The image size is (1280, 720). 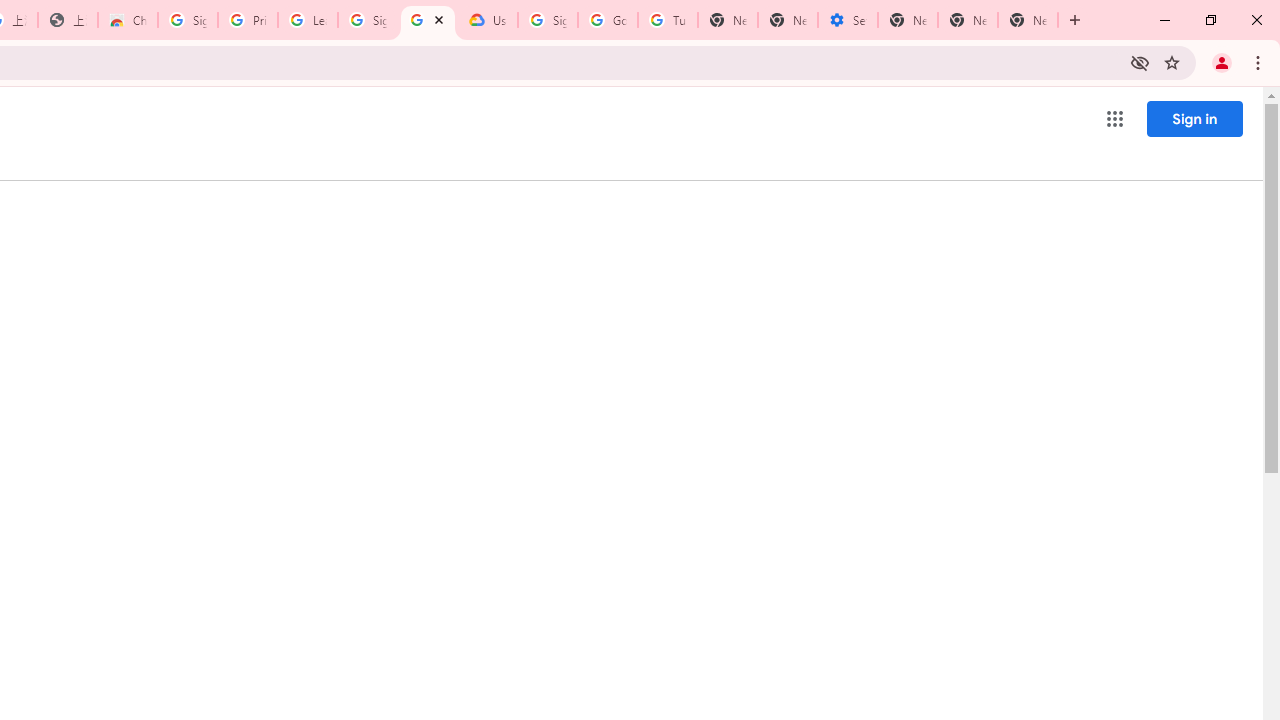 What do you see at coordinates (1028, 20) in the screenshot?
I see `'New Tab'` at bounding box center [1028, 20].